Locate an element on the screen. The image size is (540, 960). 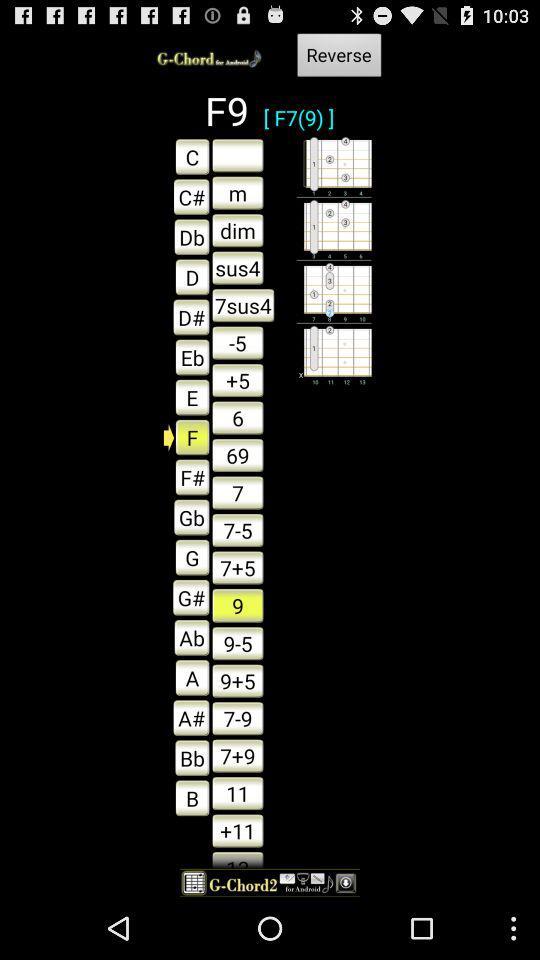
the imge beside 7sus4 text is located at coordinates (334, 291).